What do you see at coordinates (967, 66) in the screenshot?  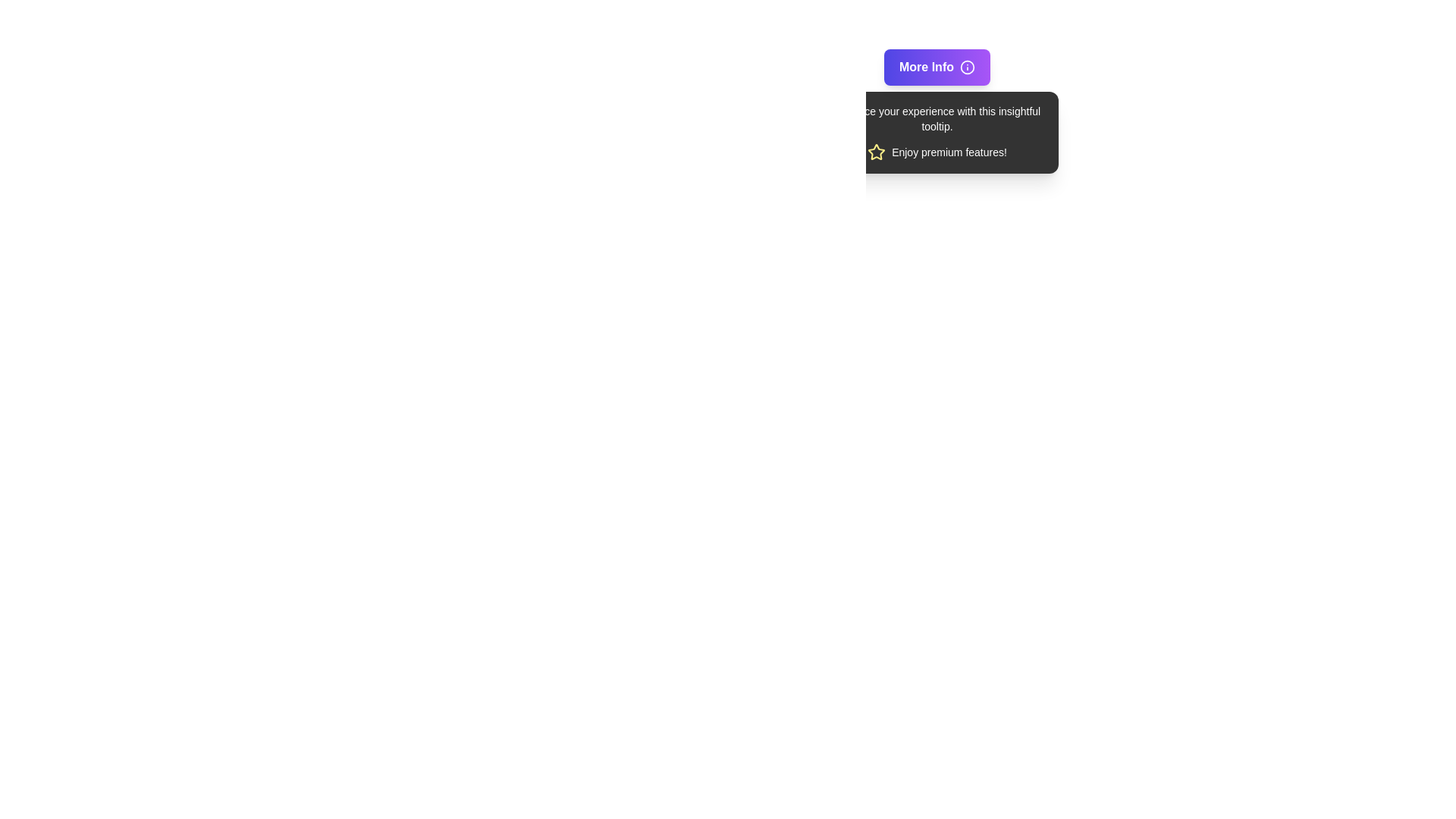 I see `the information icon located at the right-hand side of the 'More Info' button` at bounding box center [967, 66].